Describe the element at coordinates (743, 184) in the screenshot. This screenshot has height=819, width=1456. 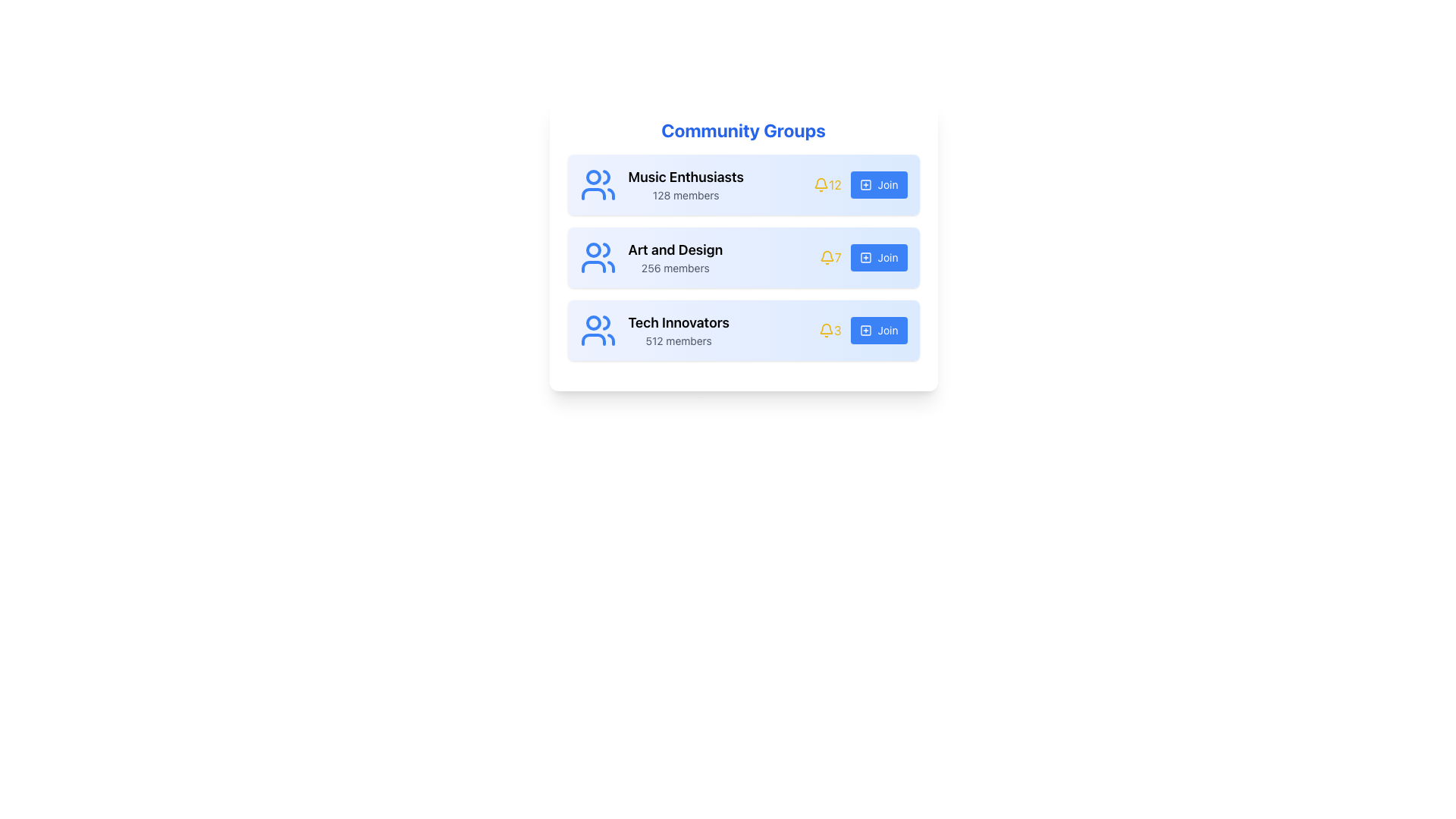
I see `the 'Music Enthusiasts' group entry in the community groups list to trigger visual feedback` at that location.